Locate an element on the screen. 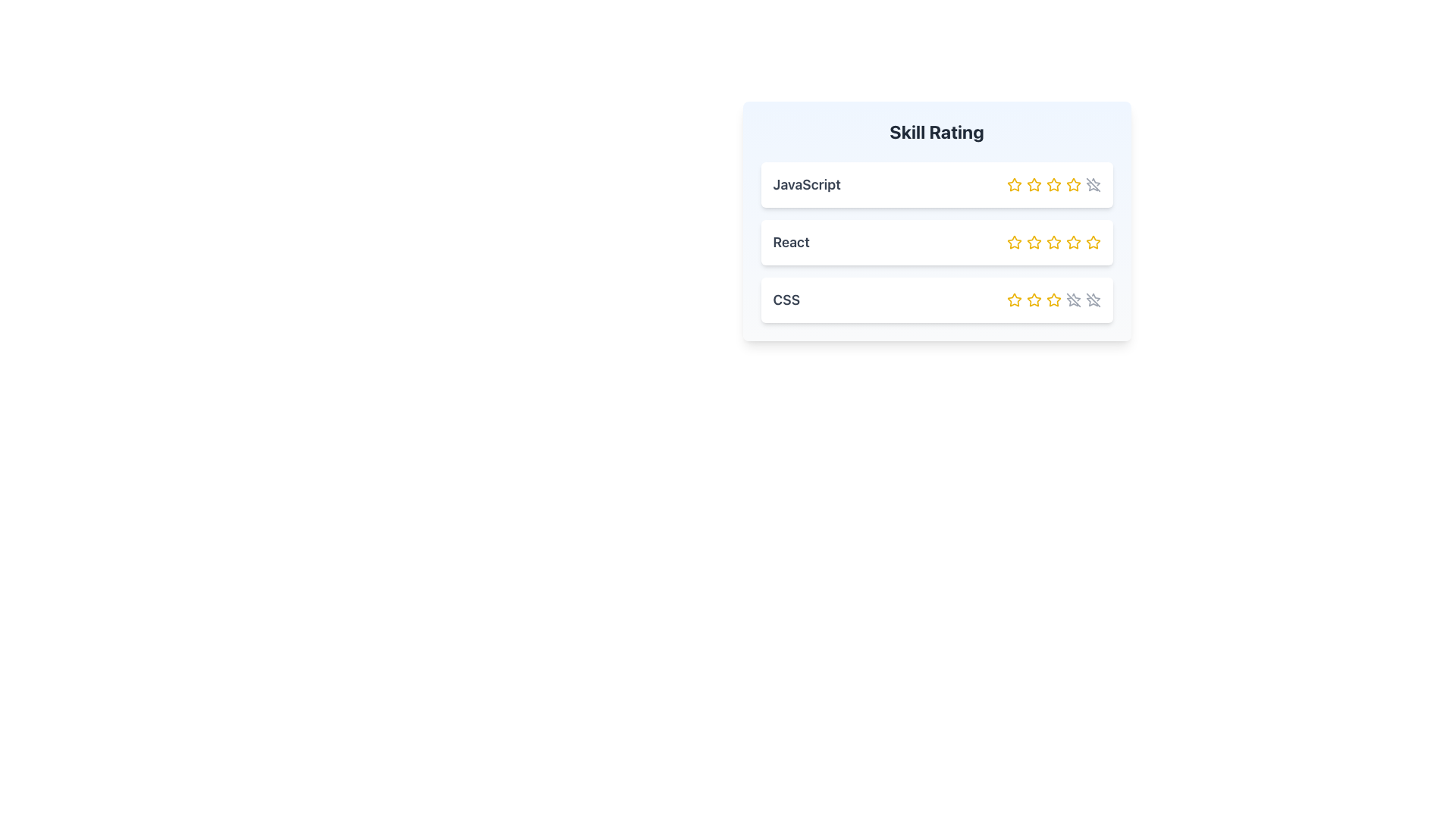 The height and width of the screenshot is (819, 1456). the first star icon in the 'React' row of the 'Skill Rating' section is located at coordinates (1014, 242).